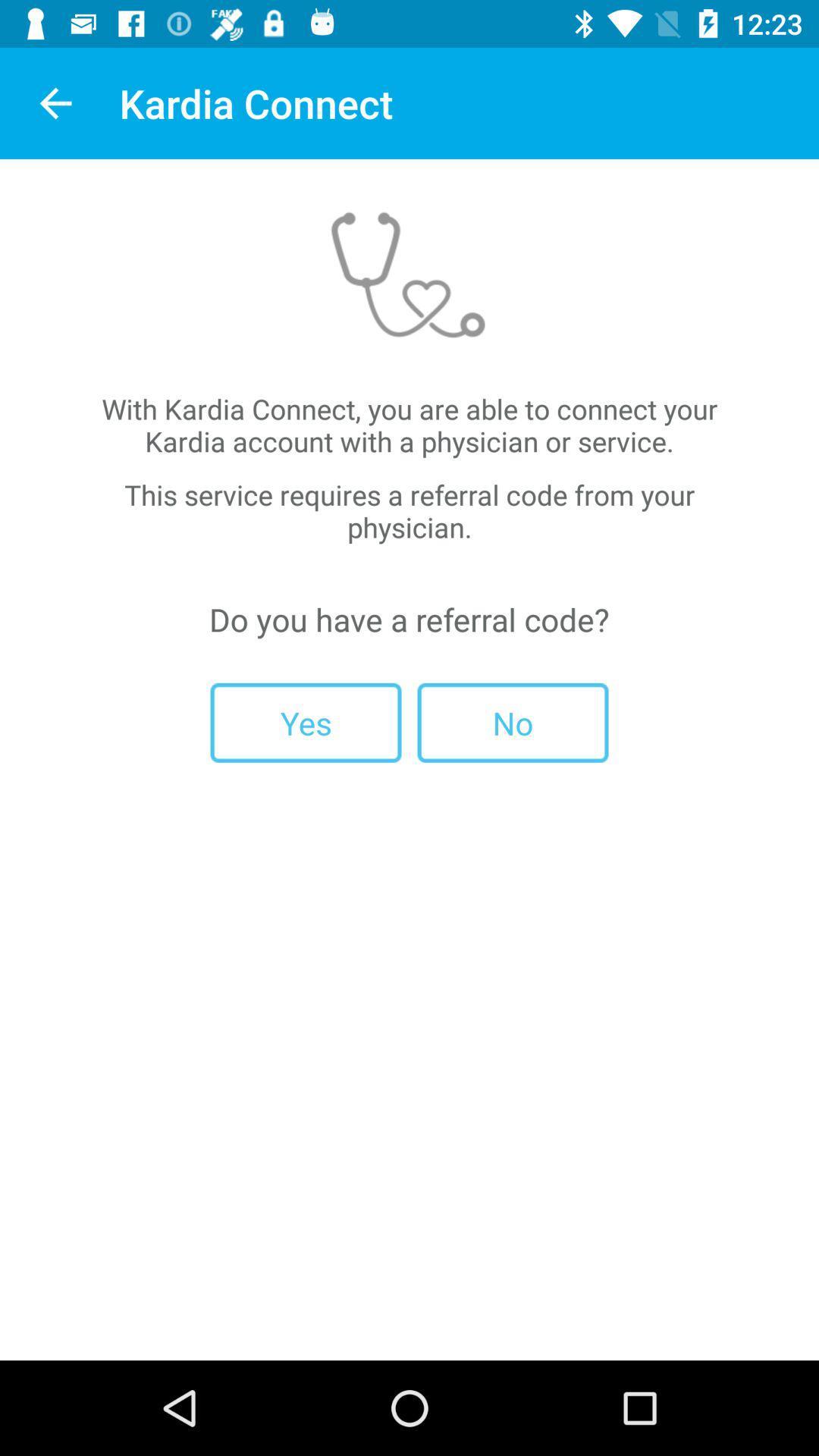  Describe the element at coordinates (55, 102) in the screenshot. I see `app to the left of the kardia connect item` at that location.